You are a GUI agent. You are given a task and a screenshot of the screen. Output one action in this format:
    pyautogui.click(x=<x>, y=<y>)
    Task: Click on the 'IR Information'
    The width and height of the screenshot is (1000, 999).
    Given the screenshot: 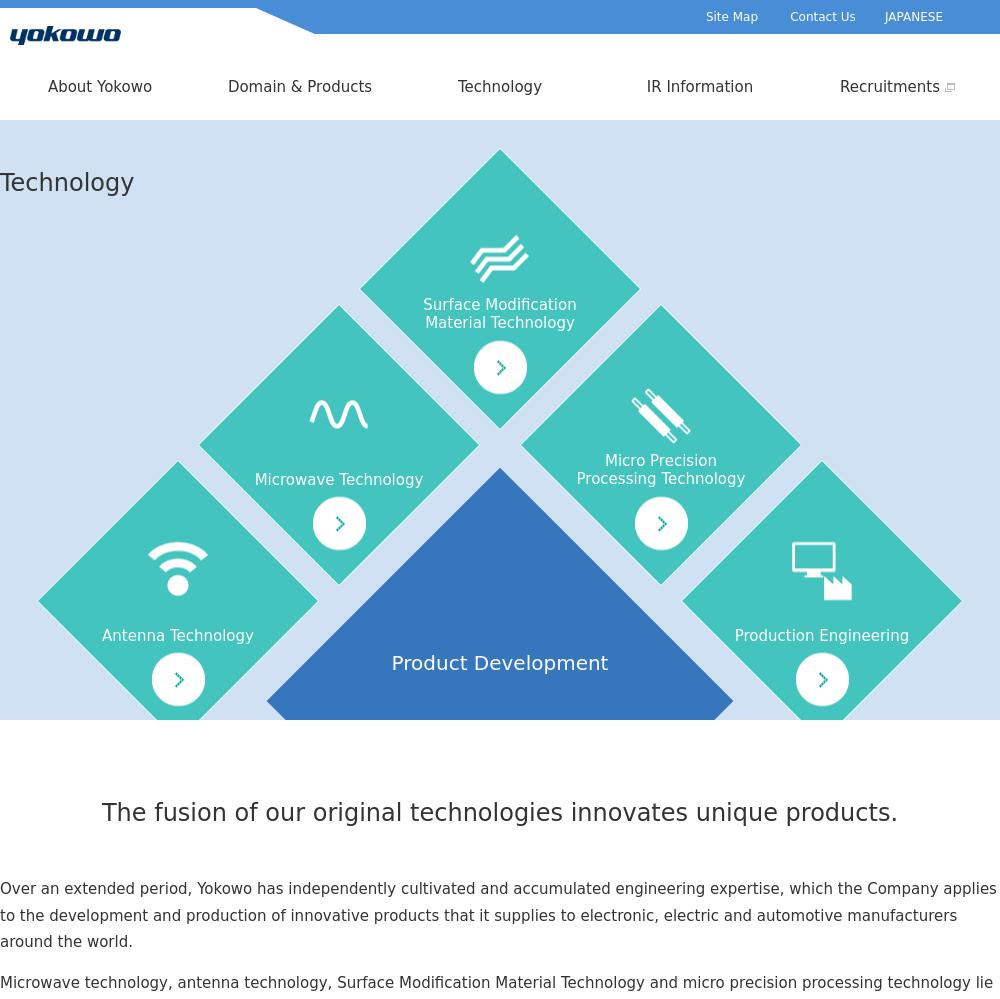 What is the action you would take?
    pyautogui.click(x=698, y=86)
    